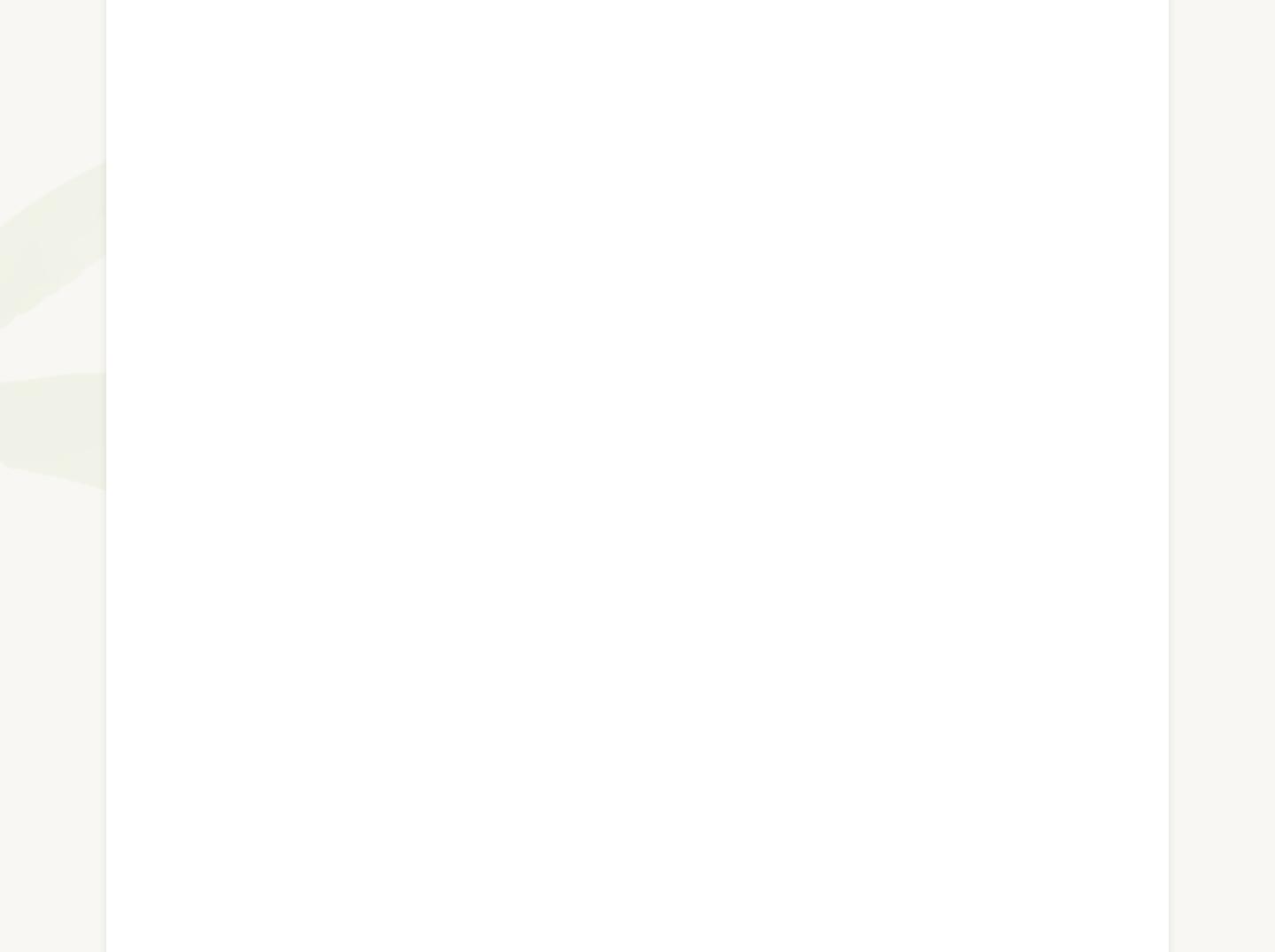 The height and width of the screenshot is (952, 1275). What do you see at coordinates (197, 770) in the screenshot?
I see `'Ryan N'` at bounding box center [197, 770].